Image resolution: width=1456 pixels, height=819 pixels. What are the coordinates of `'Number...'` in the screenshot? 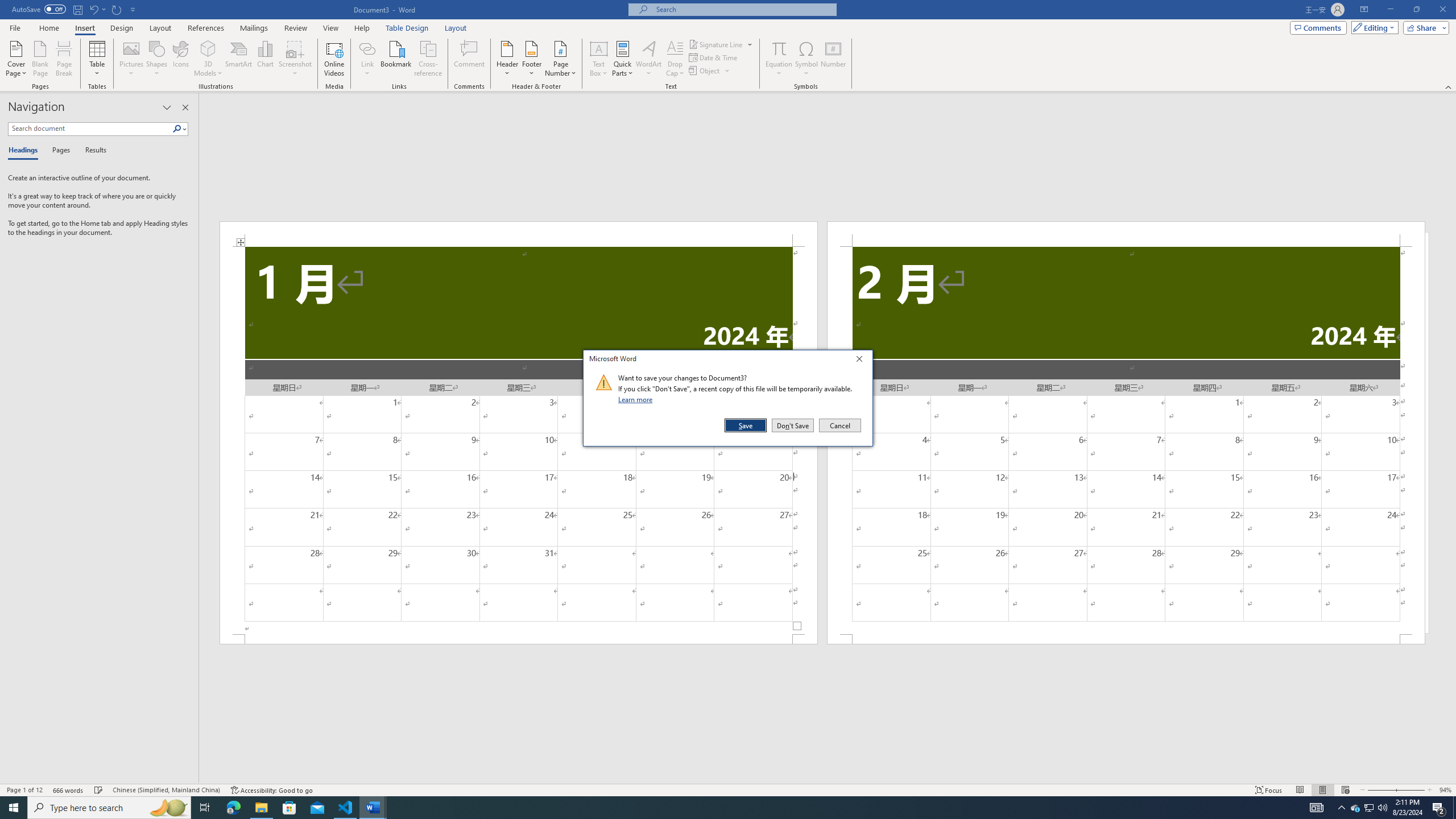 It's located at (833, 59).